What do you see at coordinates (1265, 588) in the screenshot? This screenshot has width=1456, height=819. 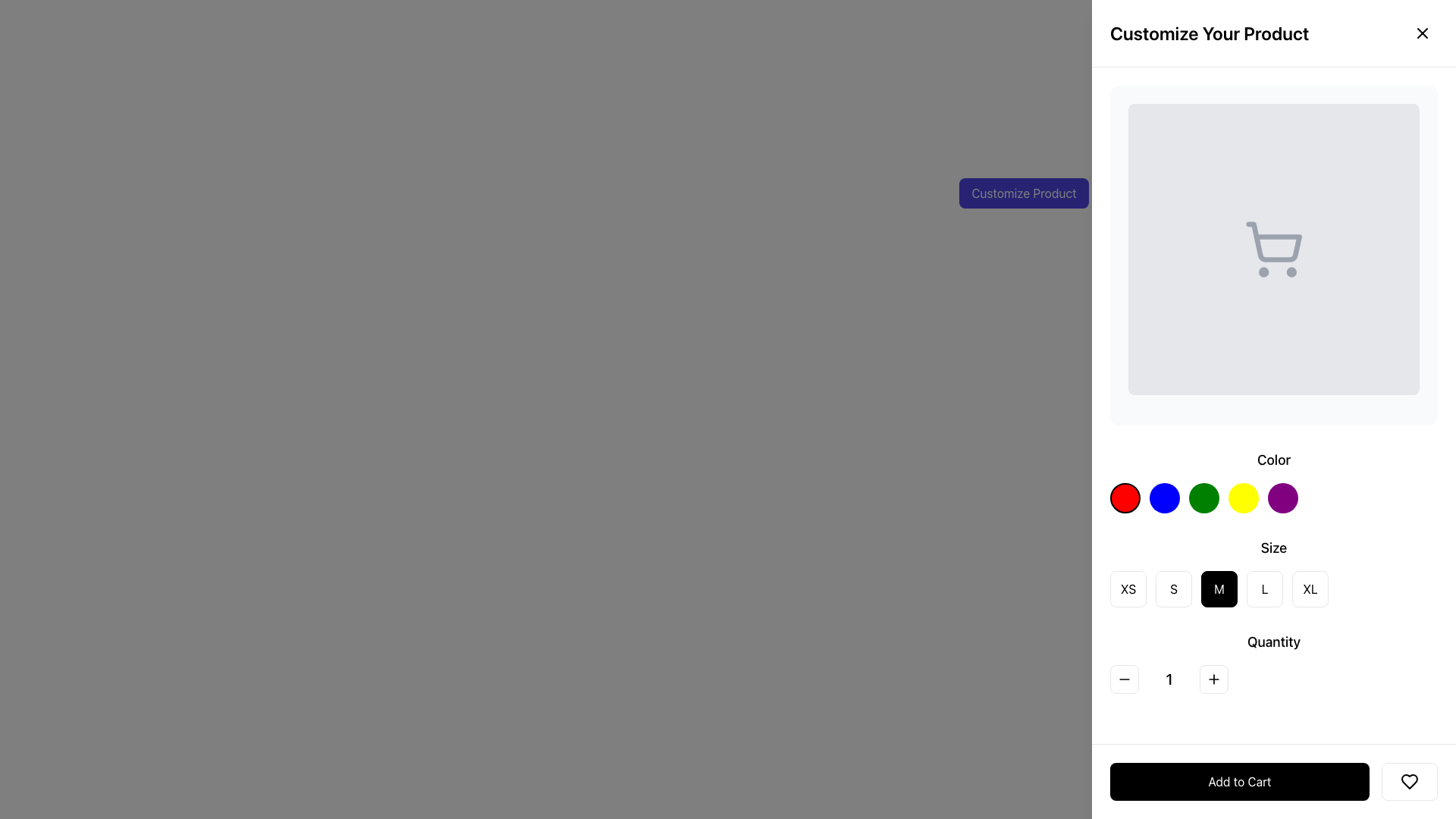 I see `the 'L' size selection button located in the 'Size' section of the product customization panel, which is the fourth button in a row of size options labeled 'XS', 'S', 'M', 'L', and 'XL'` at bounding box center [1265, 588].